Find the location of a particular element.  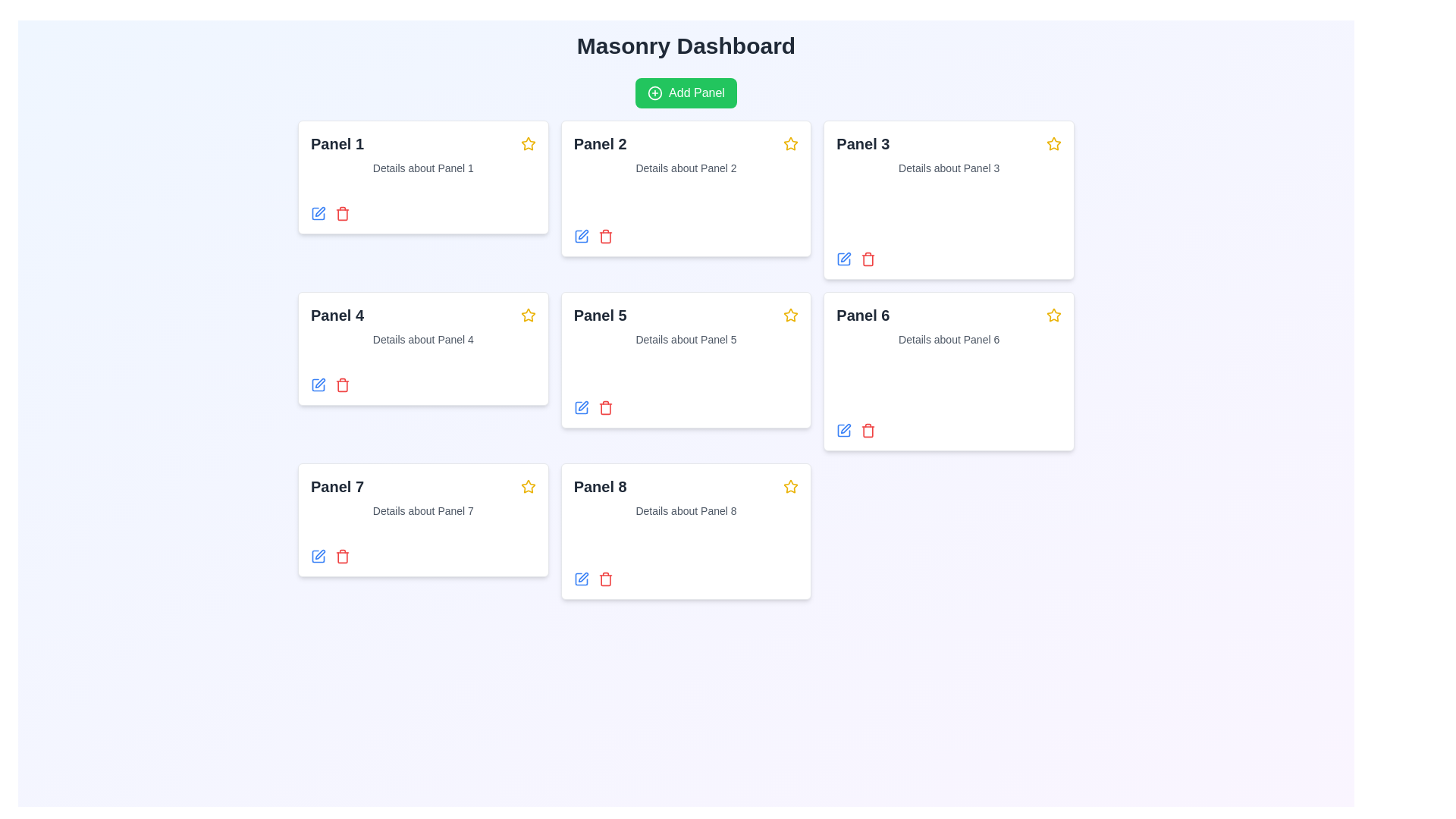

the blue pen icon associated with writing or editing, located at the bottom-left corner of 'Panel 5' is located at coordinates (580, 406).